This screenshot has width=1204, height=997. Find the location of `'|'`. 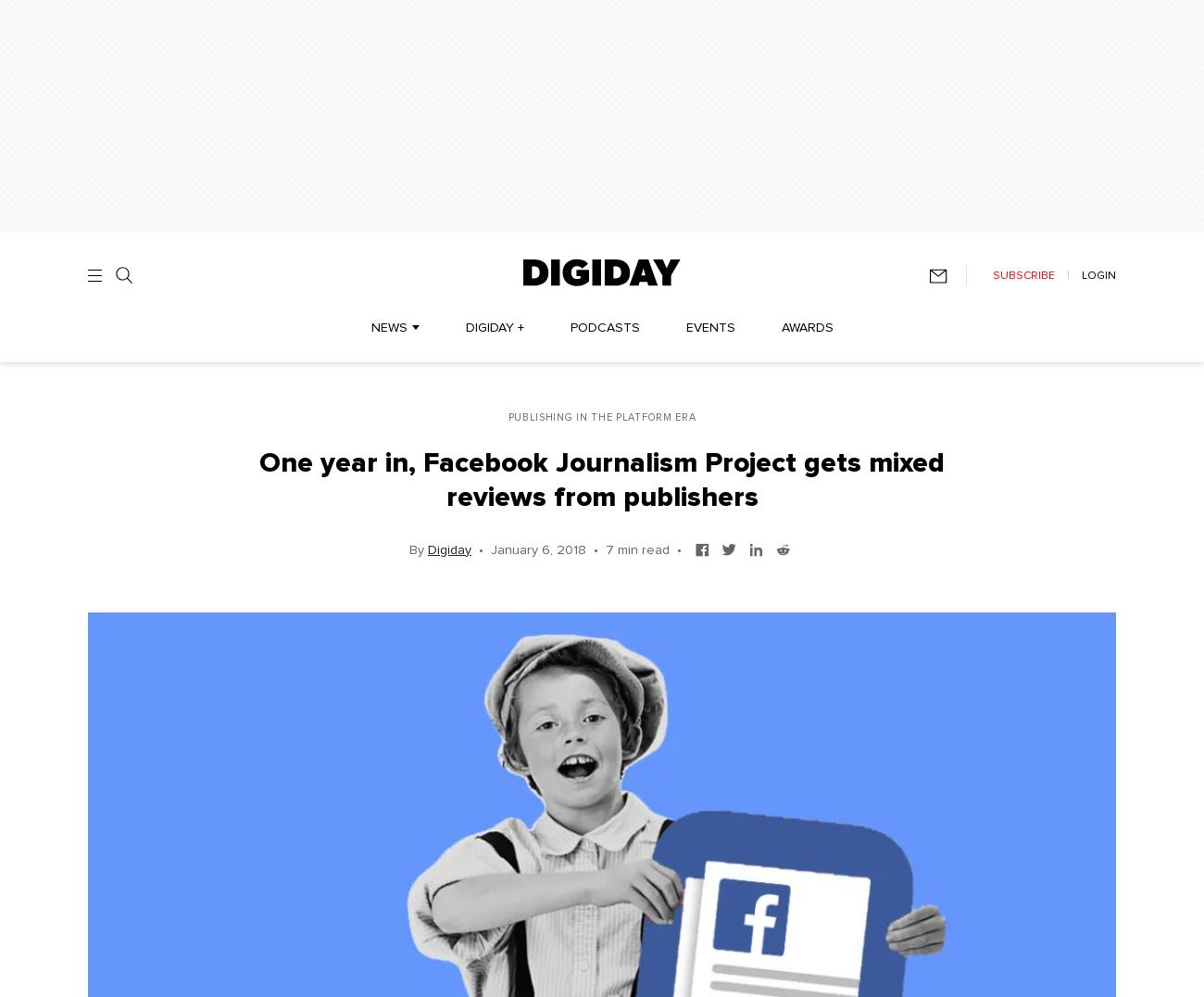

'|' is located at coordinates (1068, 274).